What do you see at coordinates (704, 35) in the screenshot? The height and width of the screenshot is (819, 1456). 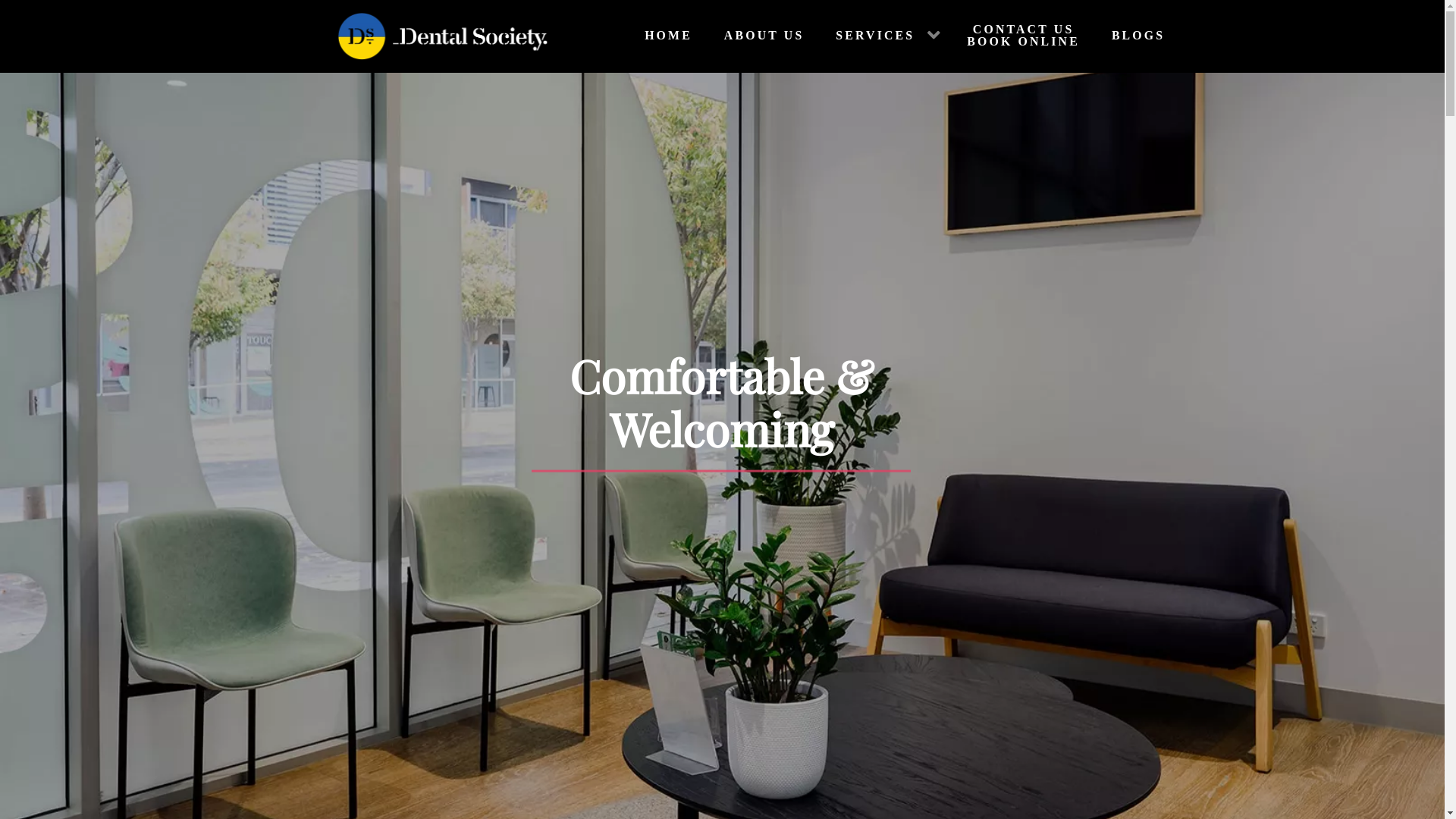 I see `'ABOUT US'` at bounding box center [704, 35].